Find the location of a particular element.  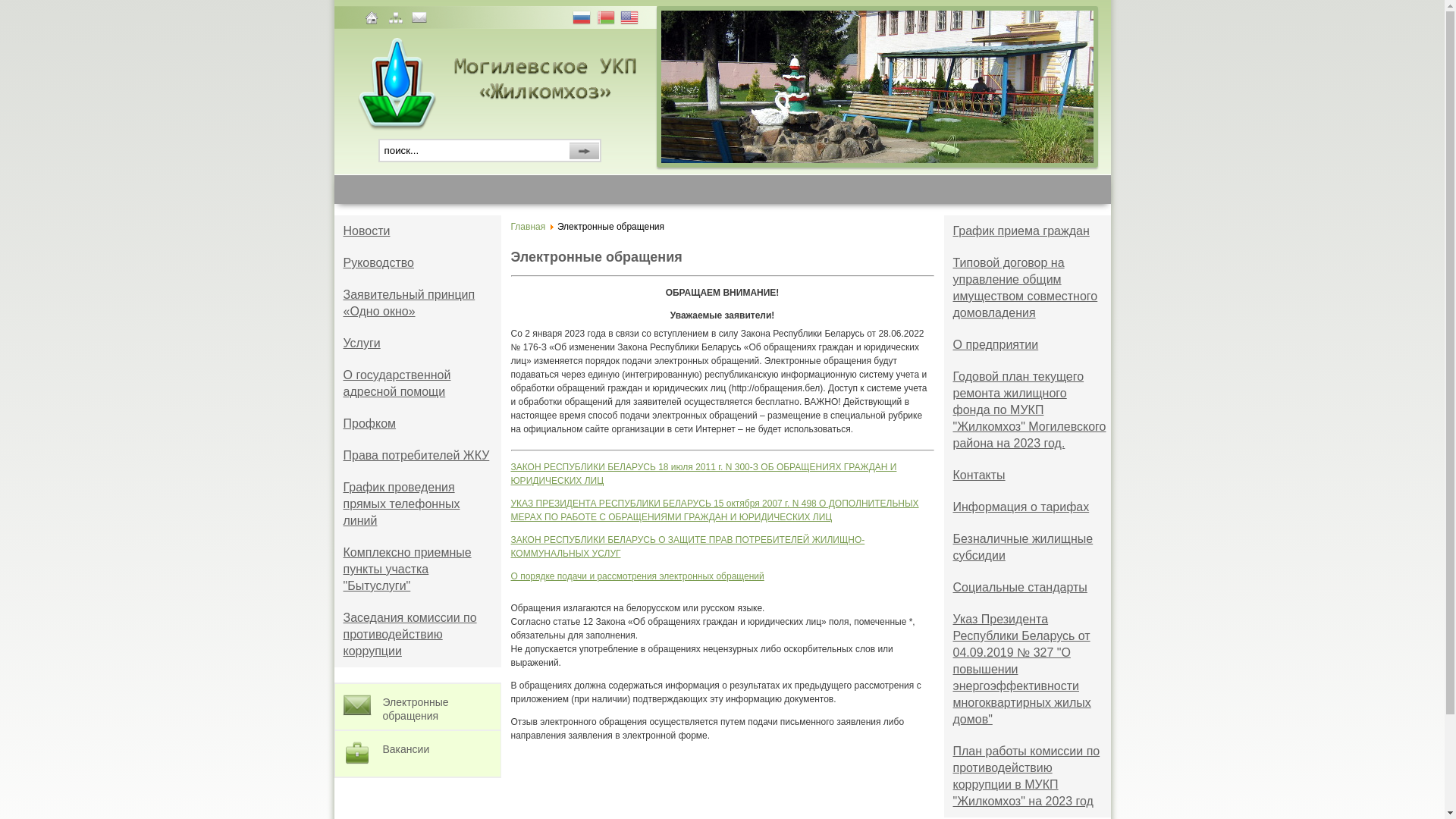

'Belarusian' is located at coordinates (607, 19).